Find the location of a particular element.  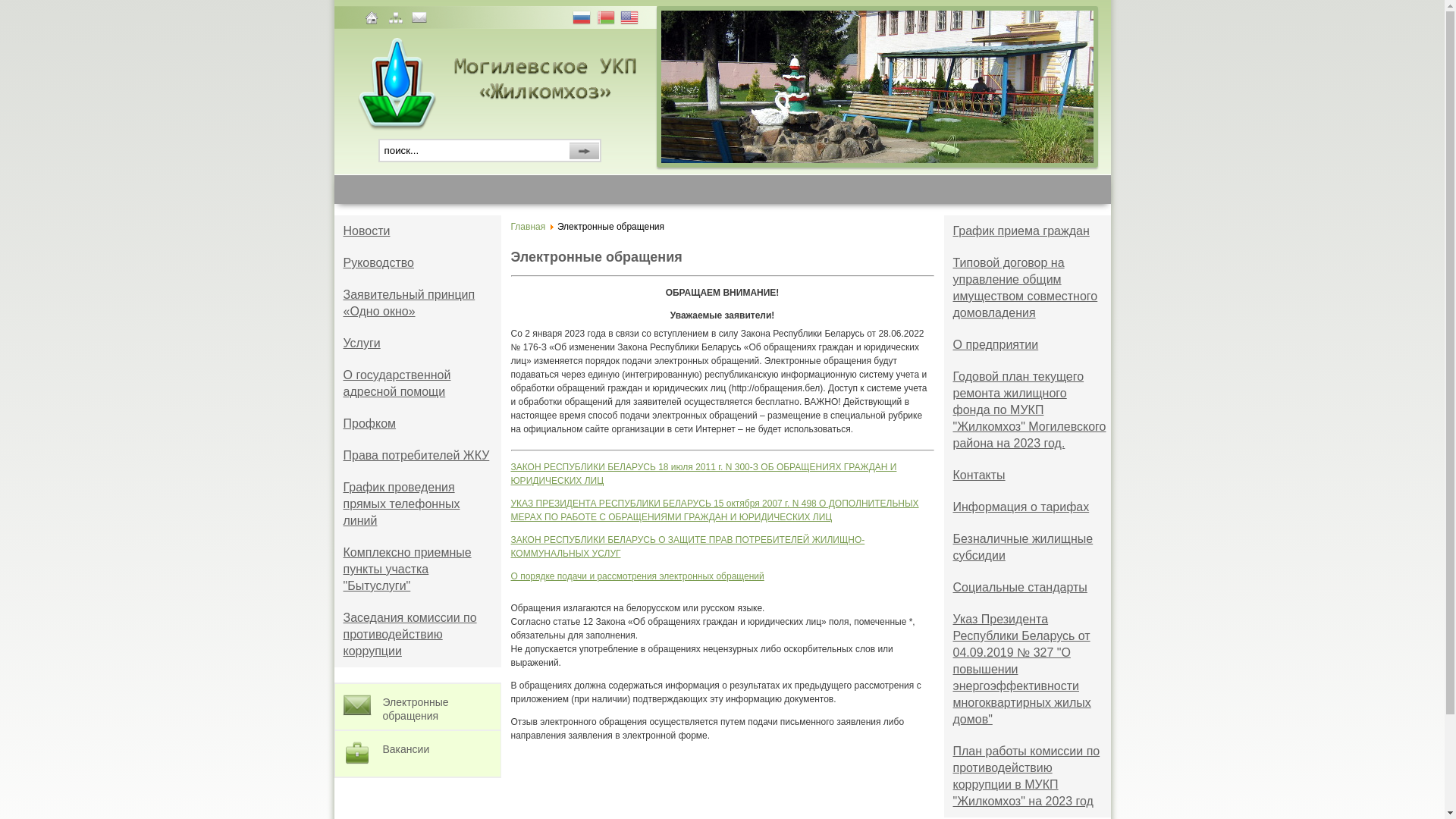

'Belarusian' is located at coordinates (607, 19).